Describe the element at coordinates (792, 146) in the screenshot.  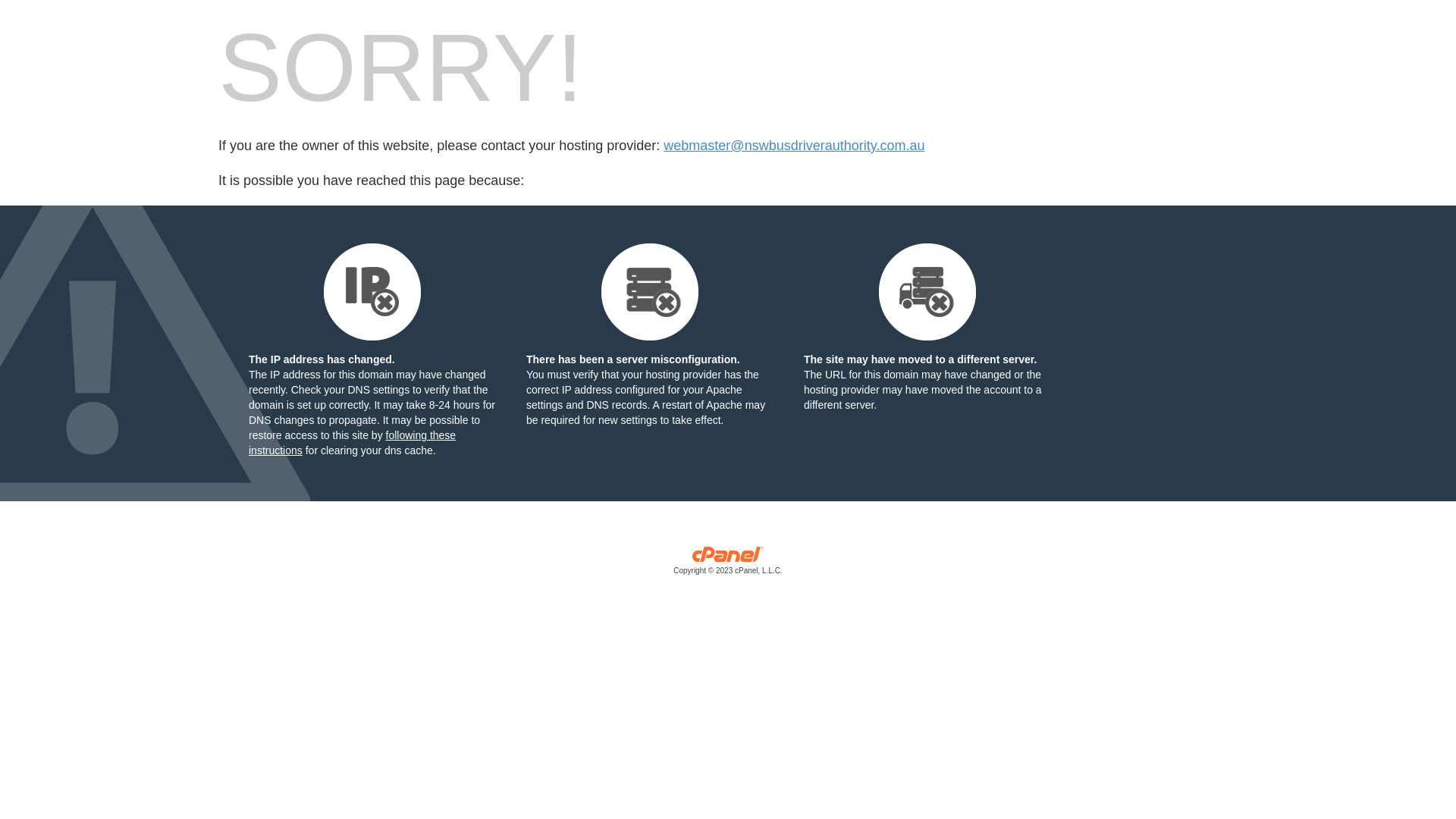
I see `'webmaster@nswbusdriverauthority.com.au'` at that location.